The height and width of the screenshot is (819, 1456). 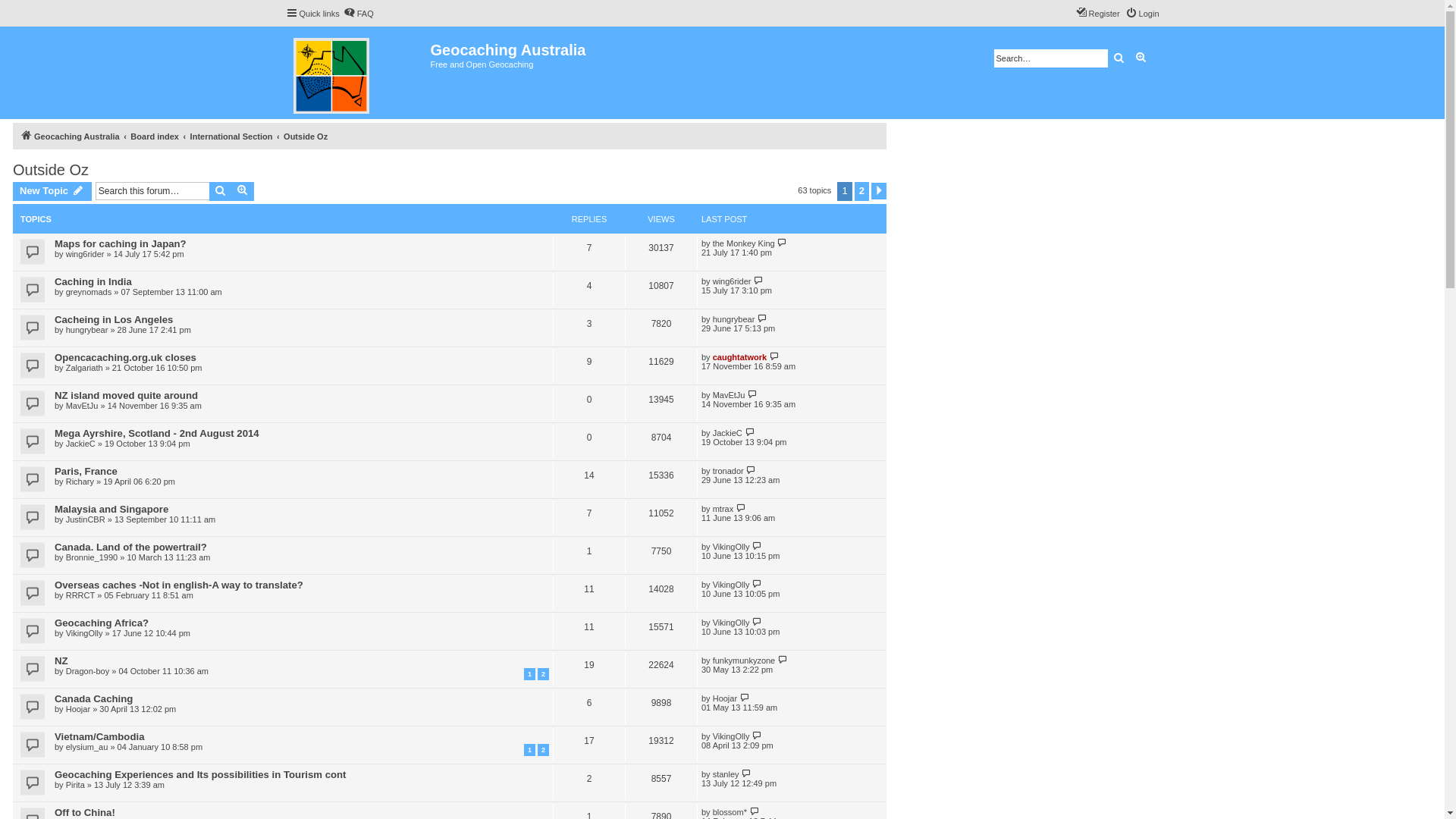 What do you see at coordinates (1097, 14) in the screenshot?
I see `'Register'` at bounding box center [1097, 14].